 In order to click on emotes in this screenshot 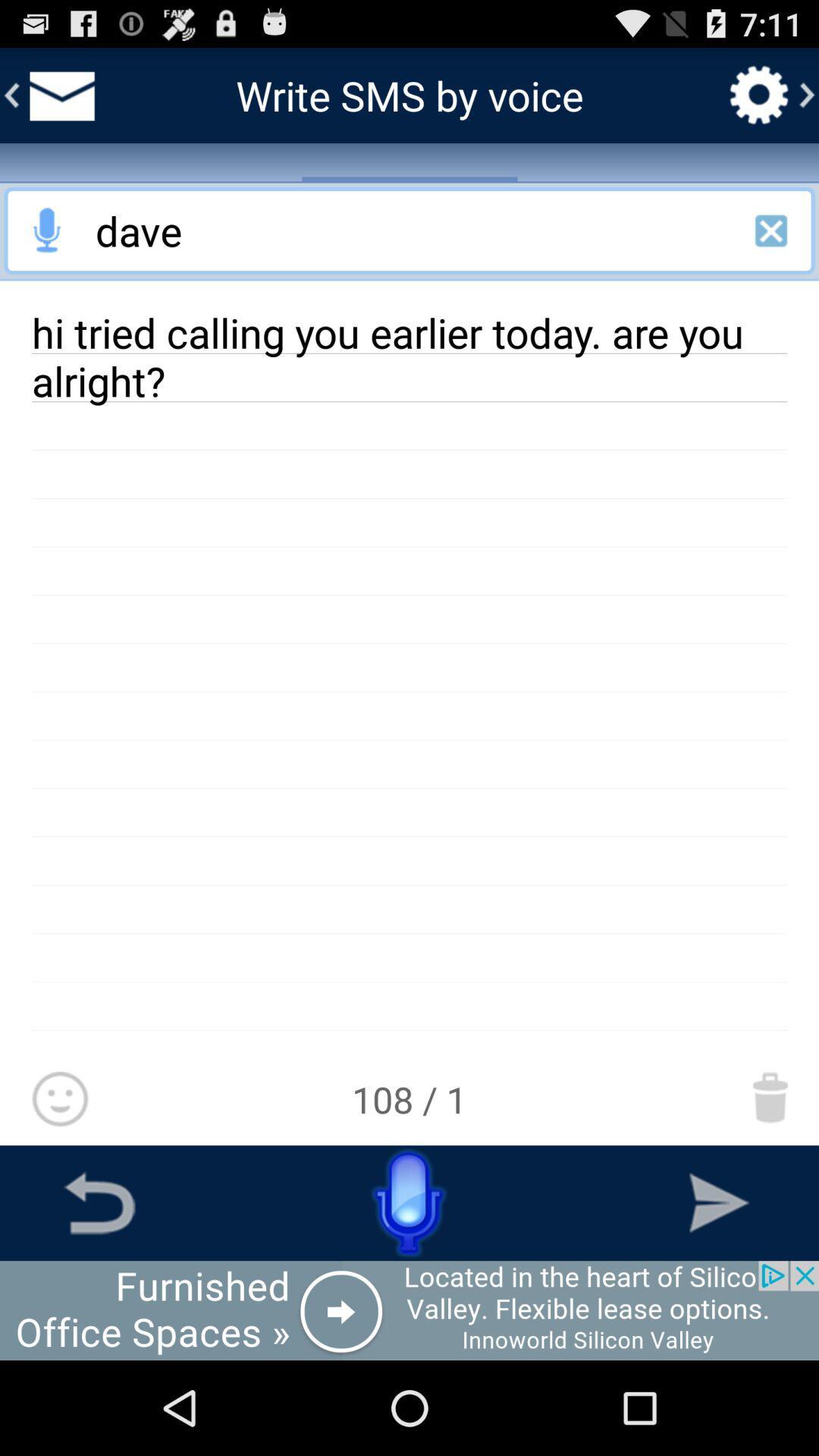, I will do `click(59, 1100)`.